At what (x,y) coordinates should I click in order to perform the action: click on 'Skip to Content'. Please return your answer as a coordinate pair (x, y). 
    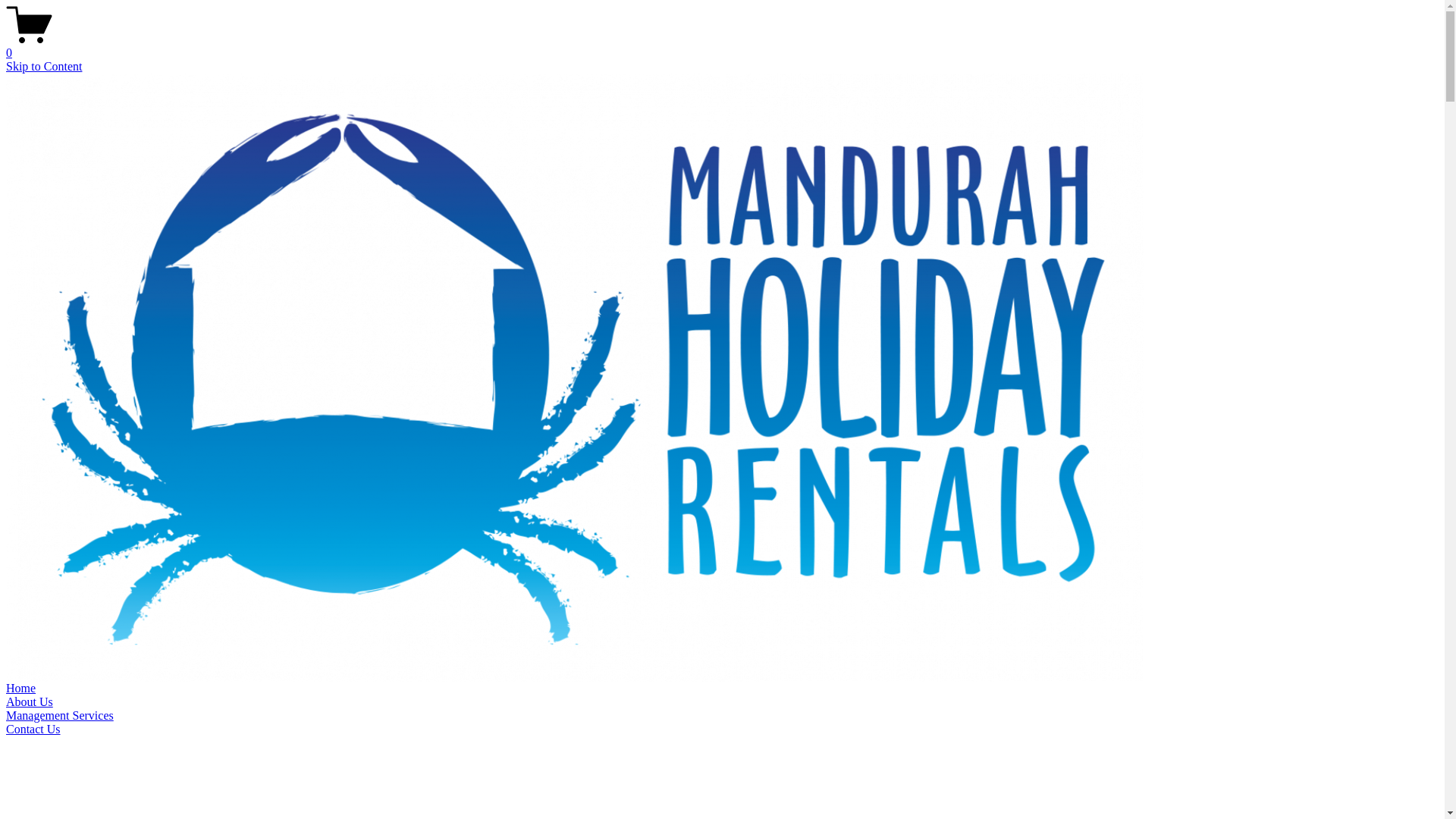
    Looking at the image, I should click on (43, 65).